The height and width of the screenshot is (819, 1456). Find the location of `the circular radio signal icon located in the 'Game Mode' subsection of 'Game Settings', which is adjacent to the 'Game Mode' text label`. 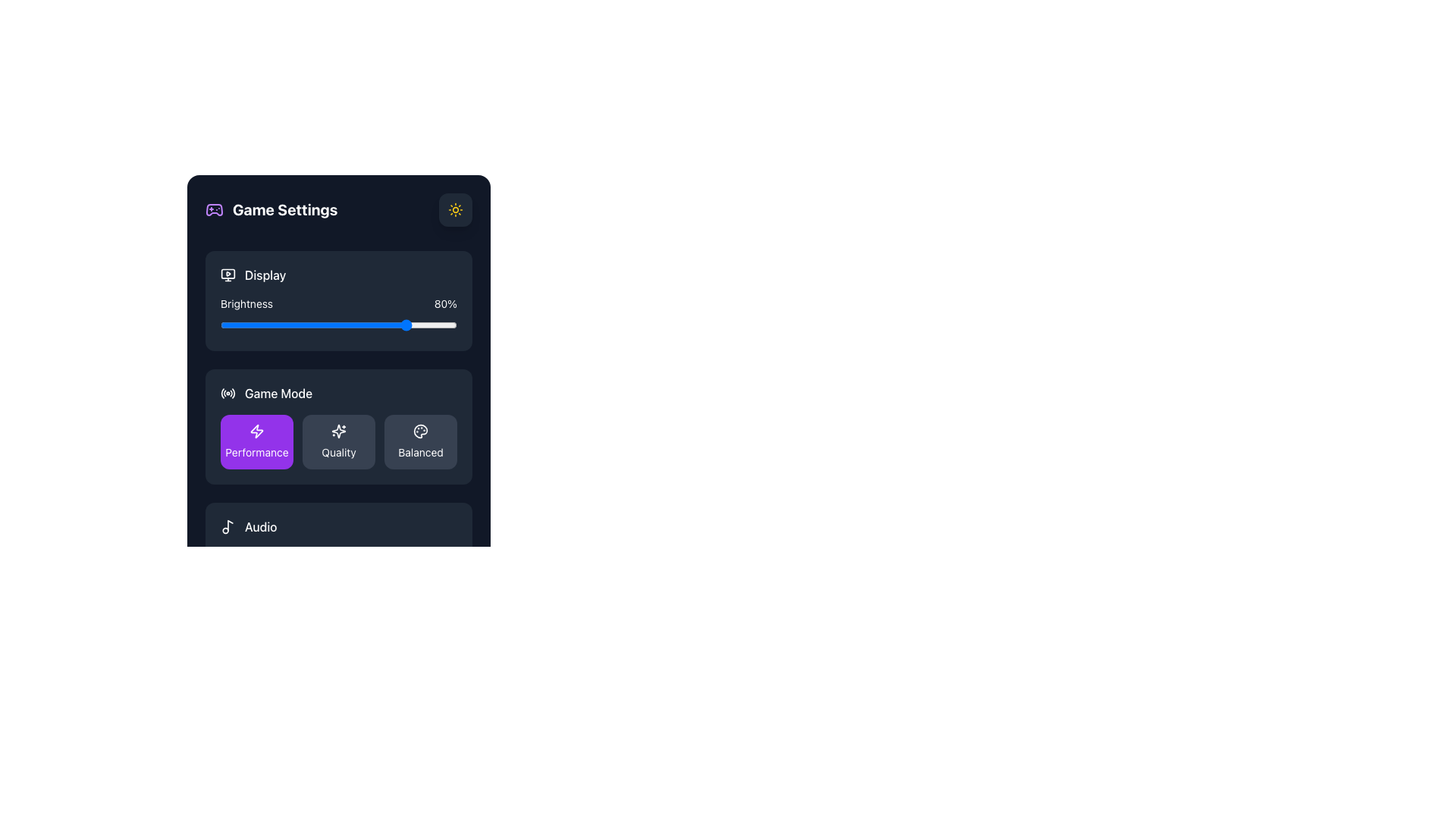

the circular radio signal icon located in the 'Game Mode' subsection of 'Game Settings', which is adjacent to the 'Game Mode' text label is located at coordinates (227, 393).